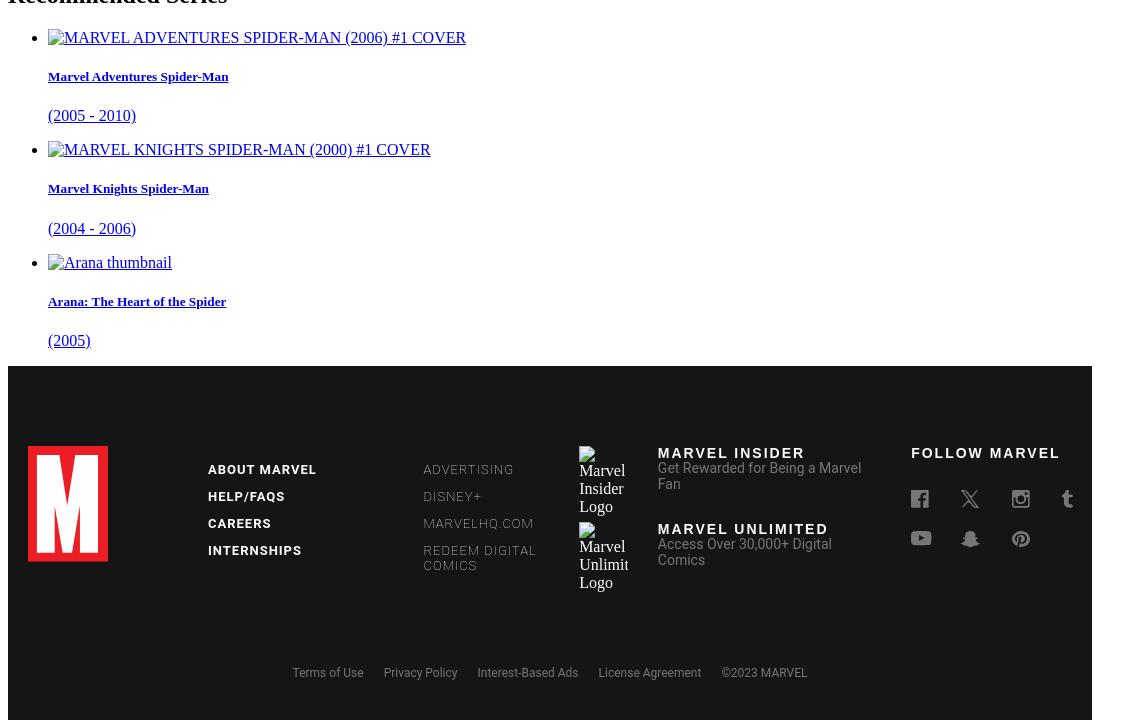  I want to click on '(2005 - 2010)', so click(91, 115).